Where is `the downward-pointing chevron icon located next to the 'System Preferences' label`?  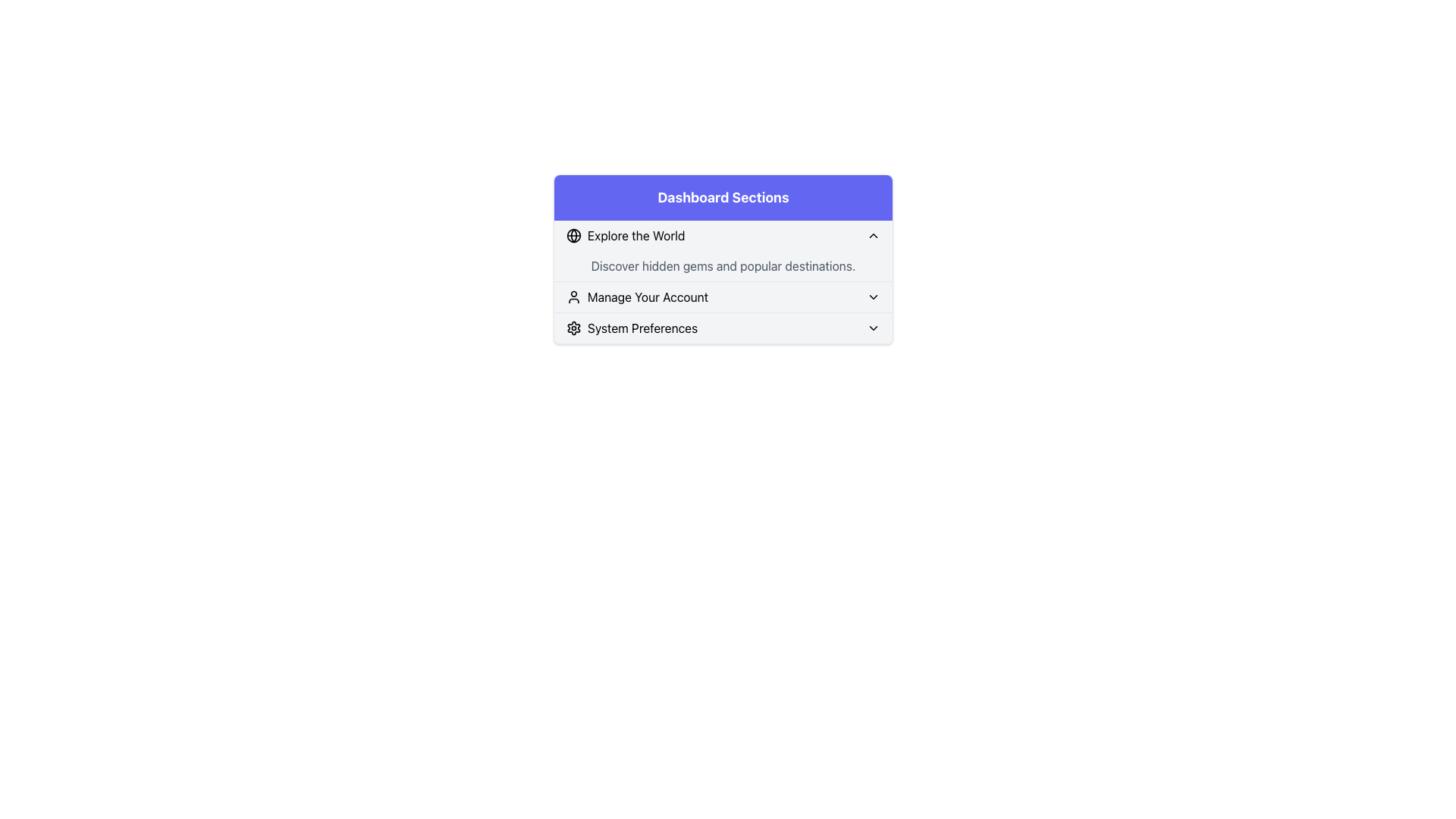
the downward-pointing chevron icon located next to the 'System Preferences' label is located at coordinates (874, 327).